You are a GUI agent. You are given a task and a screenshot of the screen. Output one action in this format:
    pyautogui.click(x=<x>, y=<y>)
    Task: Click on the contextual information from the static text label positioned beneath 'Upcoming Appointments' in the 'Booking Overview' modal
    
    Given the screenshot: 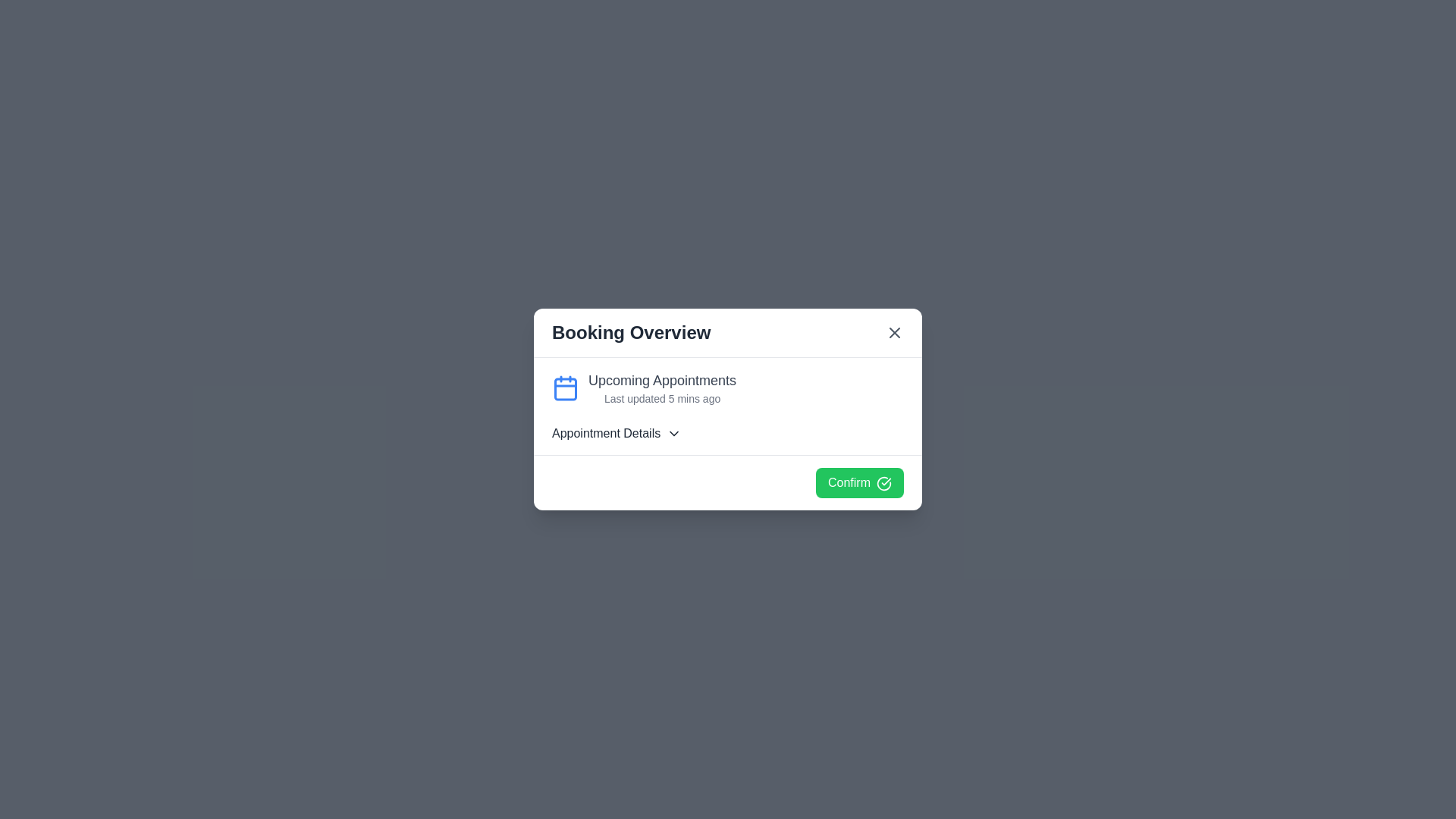 What is the action you would take?
    pyautogui.click(x=662, y=397)
    